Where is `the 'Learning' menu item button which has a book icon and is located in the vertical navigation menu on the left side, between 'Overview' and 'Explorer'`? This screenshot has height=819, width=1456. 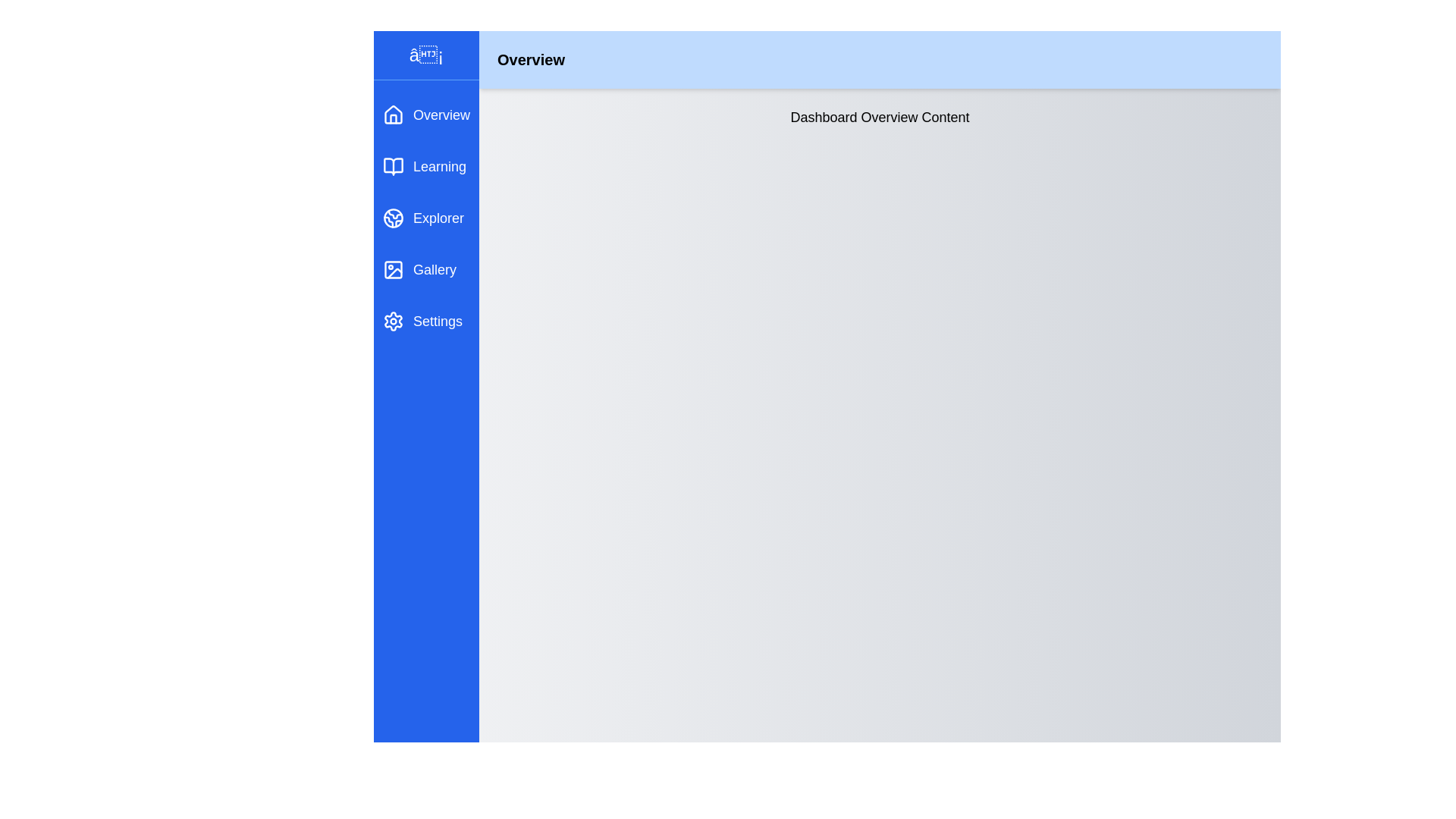 the 'Learning' menu item button which has a book icon and is located in the vertical navigation menu on the left side, between 'Overview' and 'Explorer' is located at coordinates (425, 166).